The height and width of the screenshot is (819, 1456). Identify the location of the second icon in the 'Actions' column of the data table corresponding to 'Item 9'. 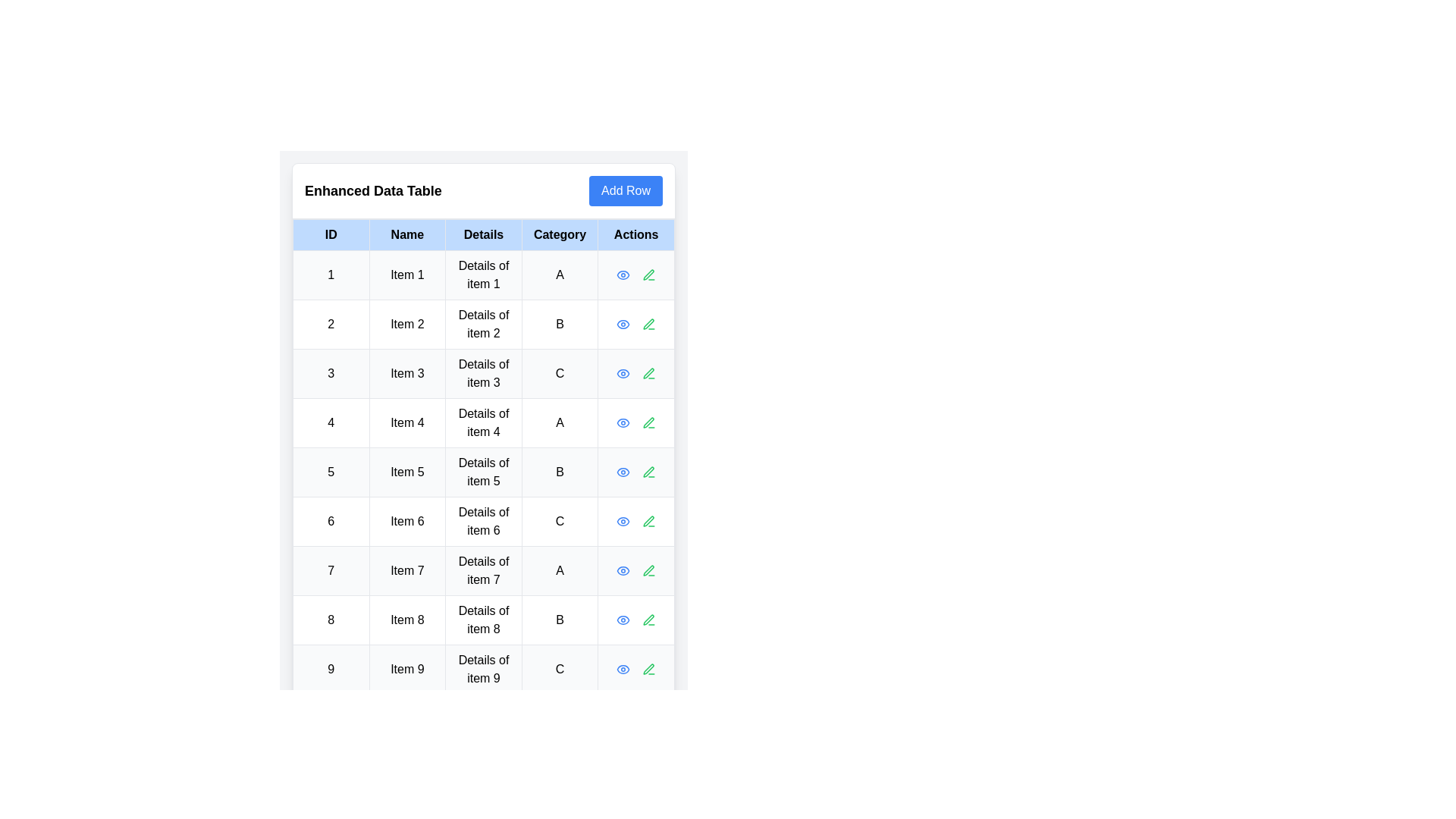
(649, 669).